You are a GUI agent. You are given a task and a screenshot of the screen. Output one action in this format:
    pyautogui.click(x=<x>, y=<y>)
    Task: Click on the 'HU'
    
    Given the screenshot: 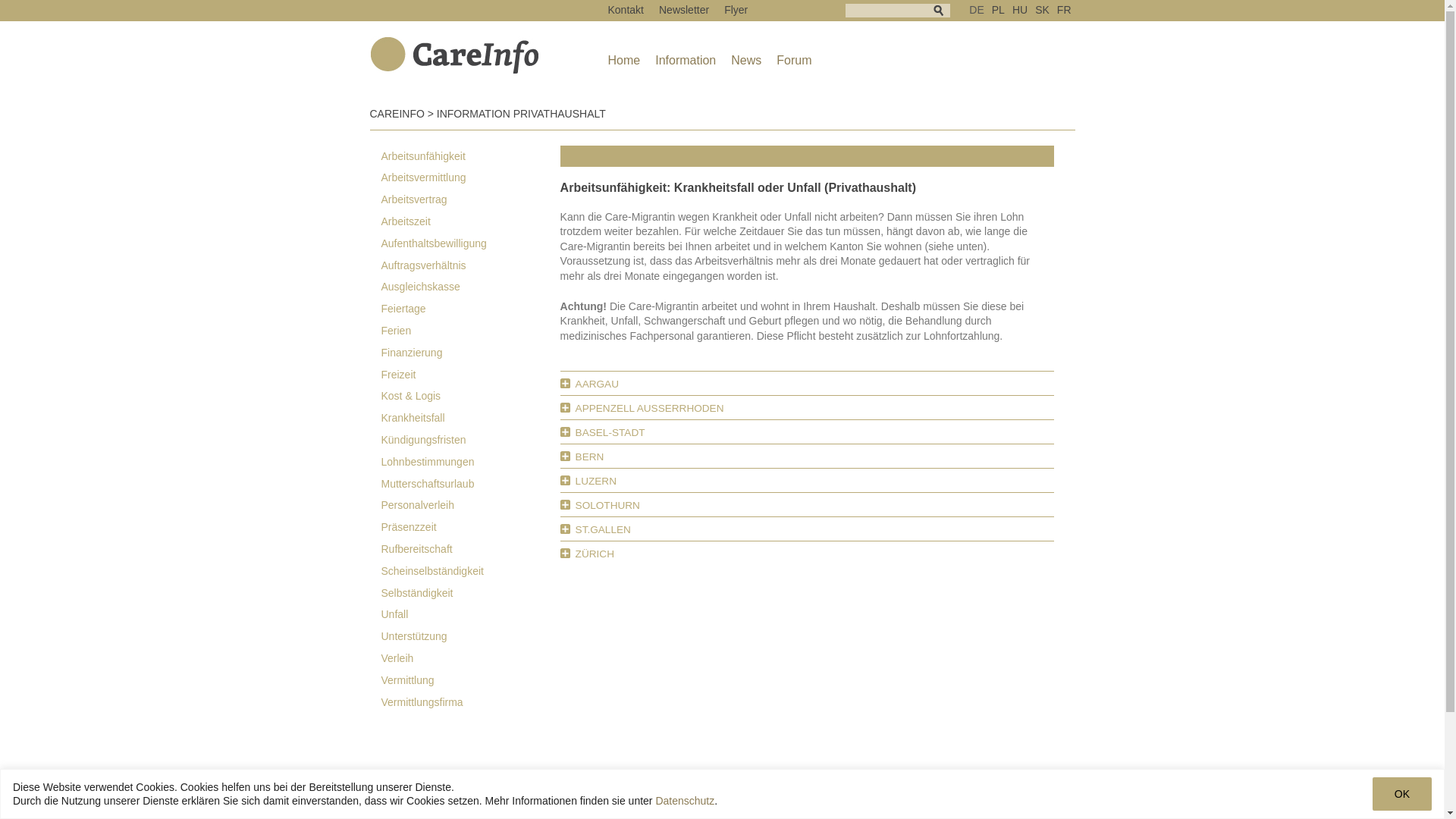 What is the action you would take?
    pyautogui.click(x=1019, y=9)
    